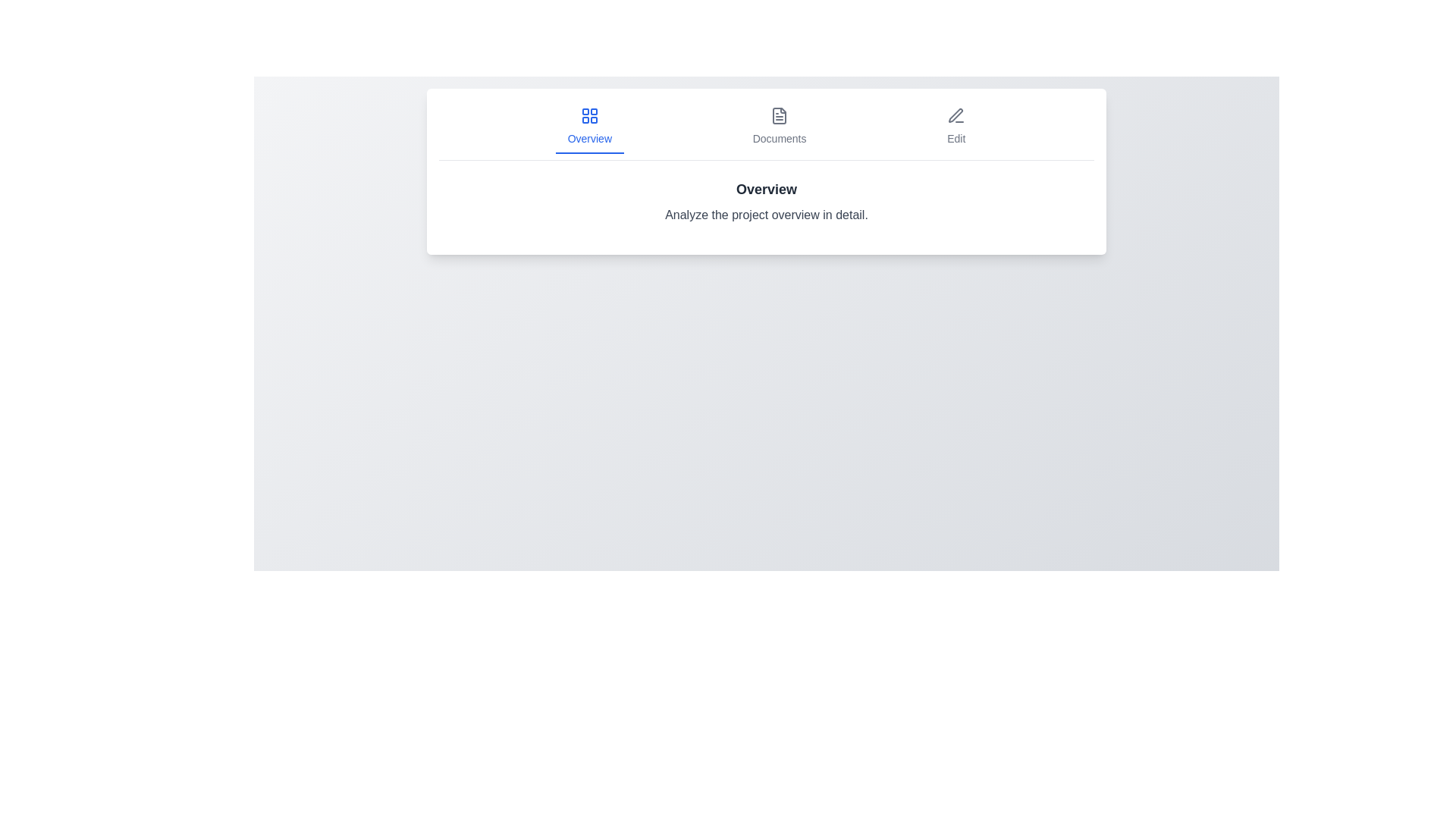 This screenshot has width=1456, height=819. What do you see at coordinates (780, 127) in the screenshot?
I see `the Documents tab by clicking on it` at bounding box center [780, 127].